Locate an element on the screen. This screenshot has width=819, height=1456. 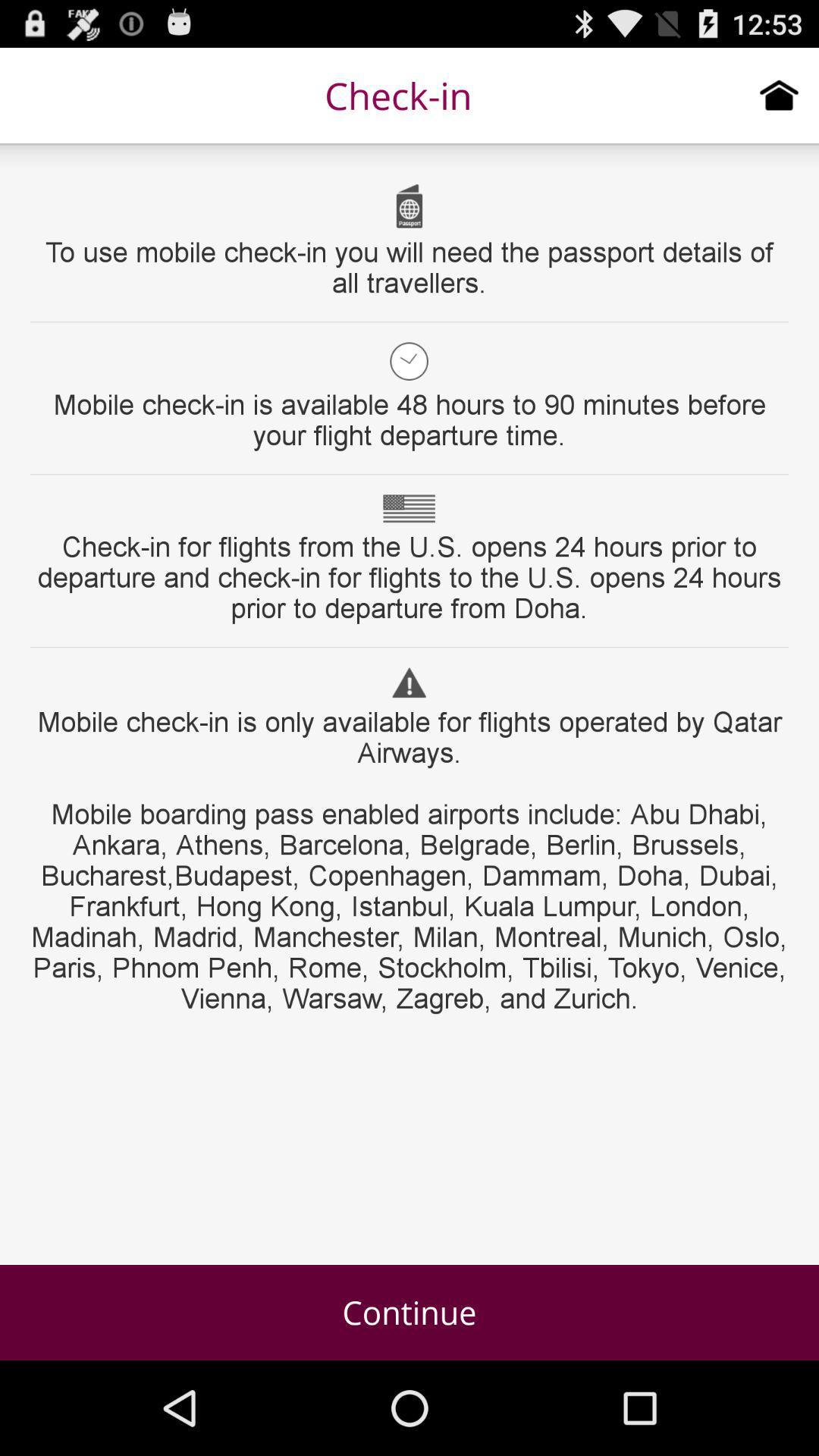
item at the top right corner is located at coordinates (779, 94).